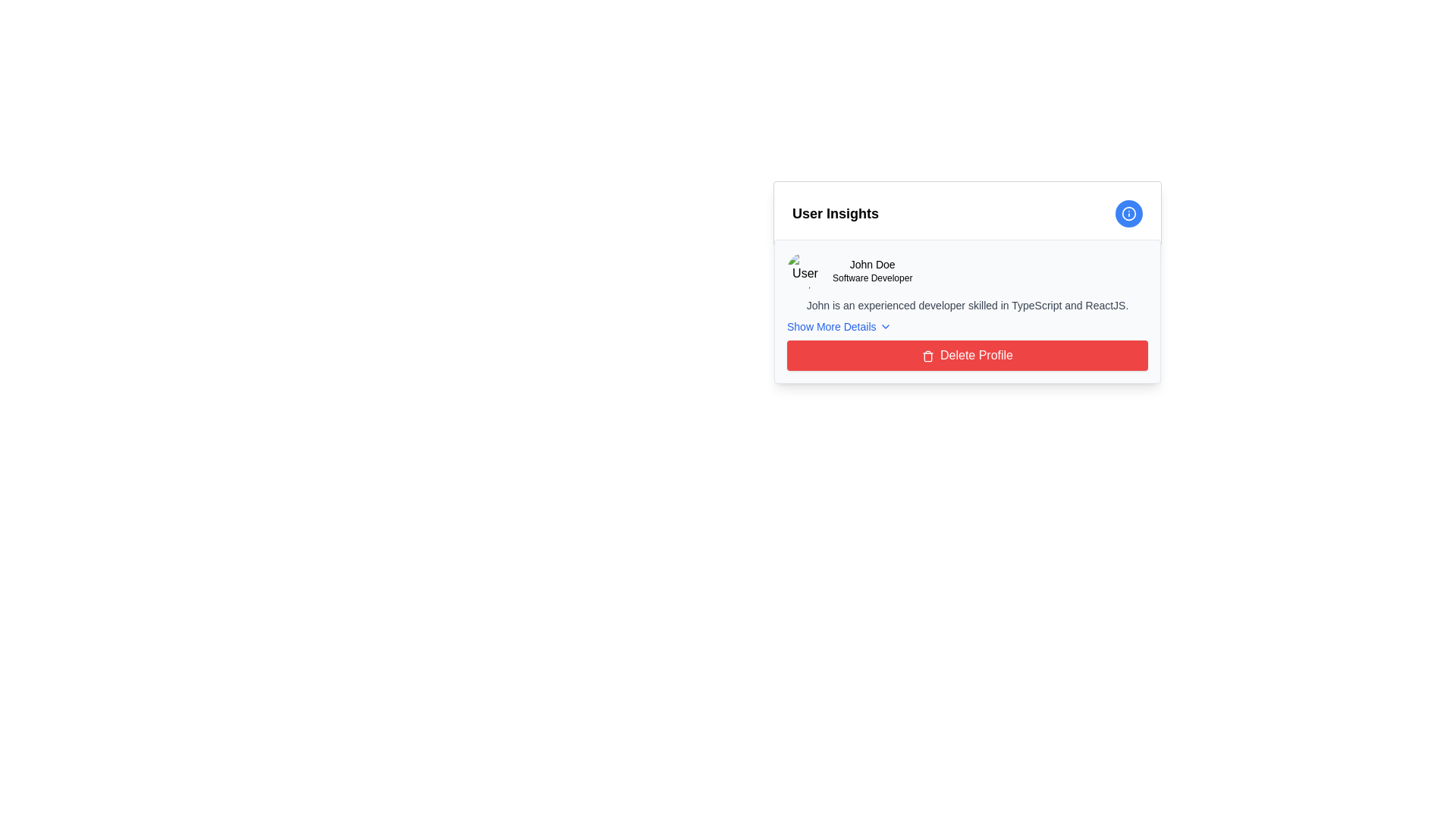  I want to click on the circular blue button with an 'information' icon located in the top-right corner of the 'User Insights' section, so click(1128, 213).